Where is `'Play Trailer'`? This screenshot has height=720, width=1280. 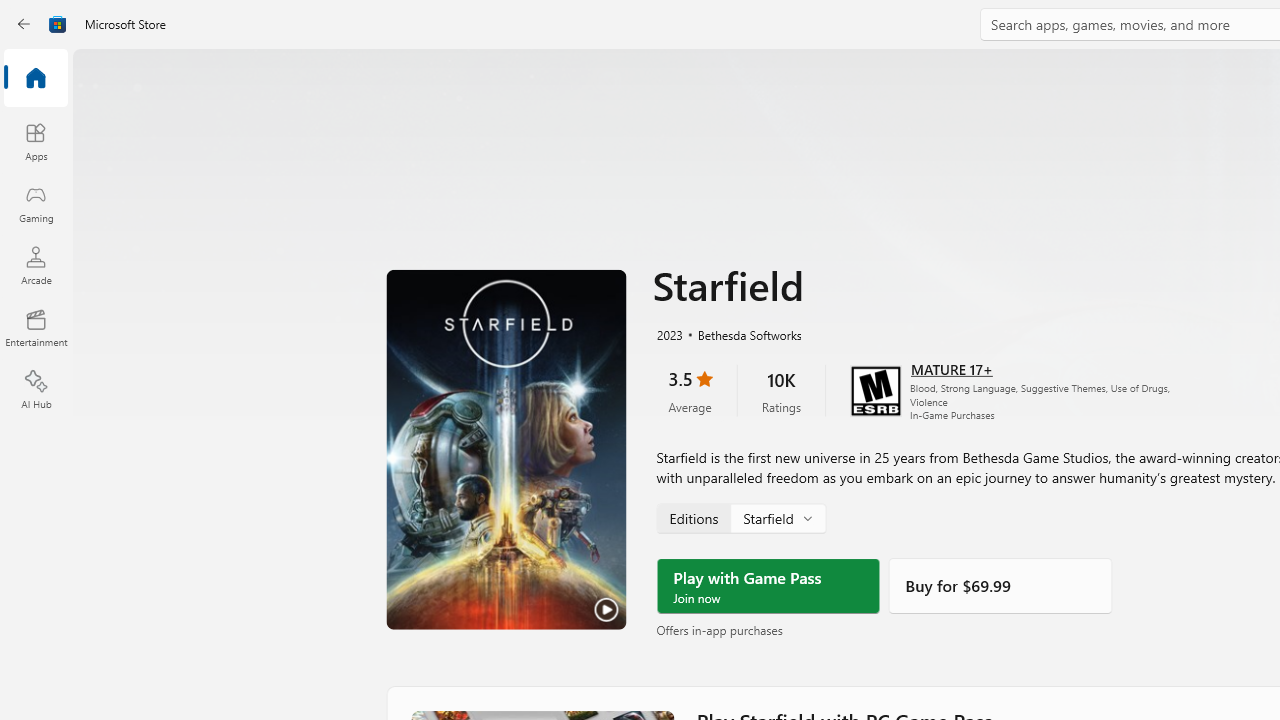
'Play Trailer' is located at coordinates (506, 448).